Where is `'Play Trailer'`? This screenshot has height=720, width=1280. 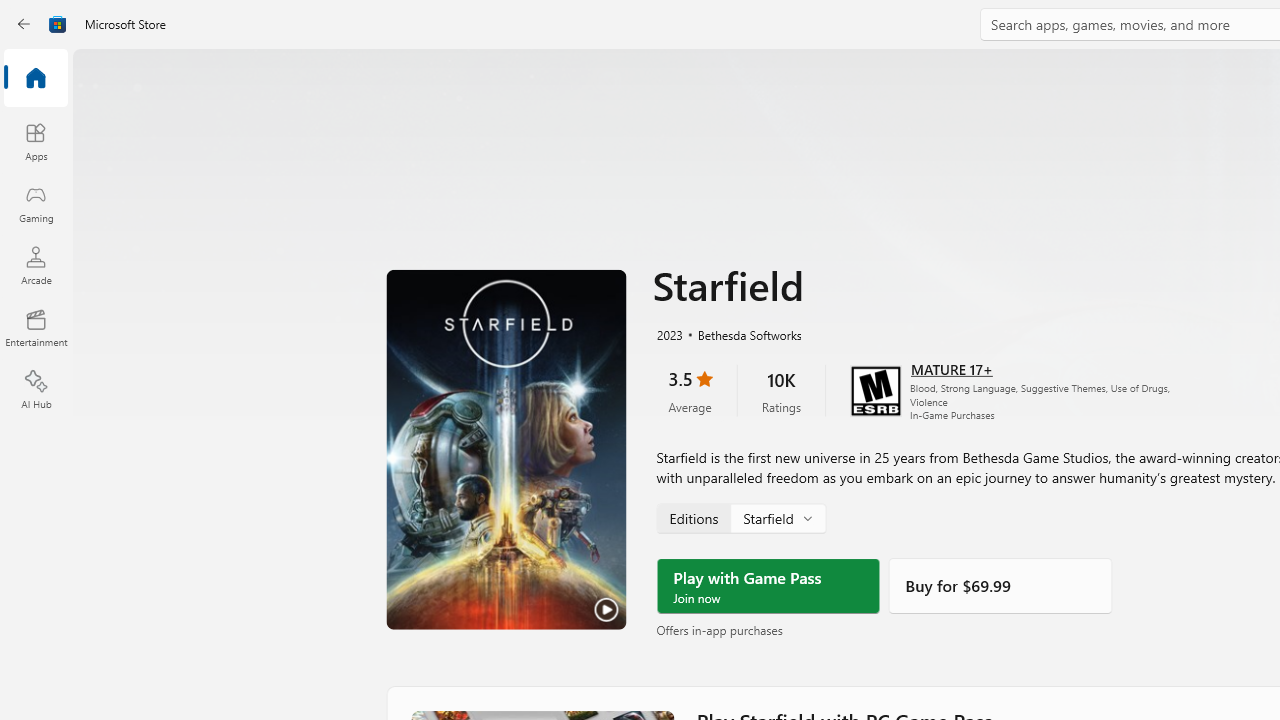
'Play Trailer' is located at coordinates (506, 448).